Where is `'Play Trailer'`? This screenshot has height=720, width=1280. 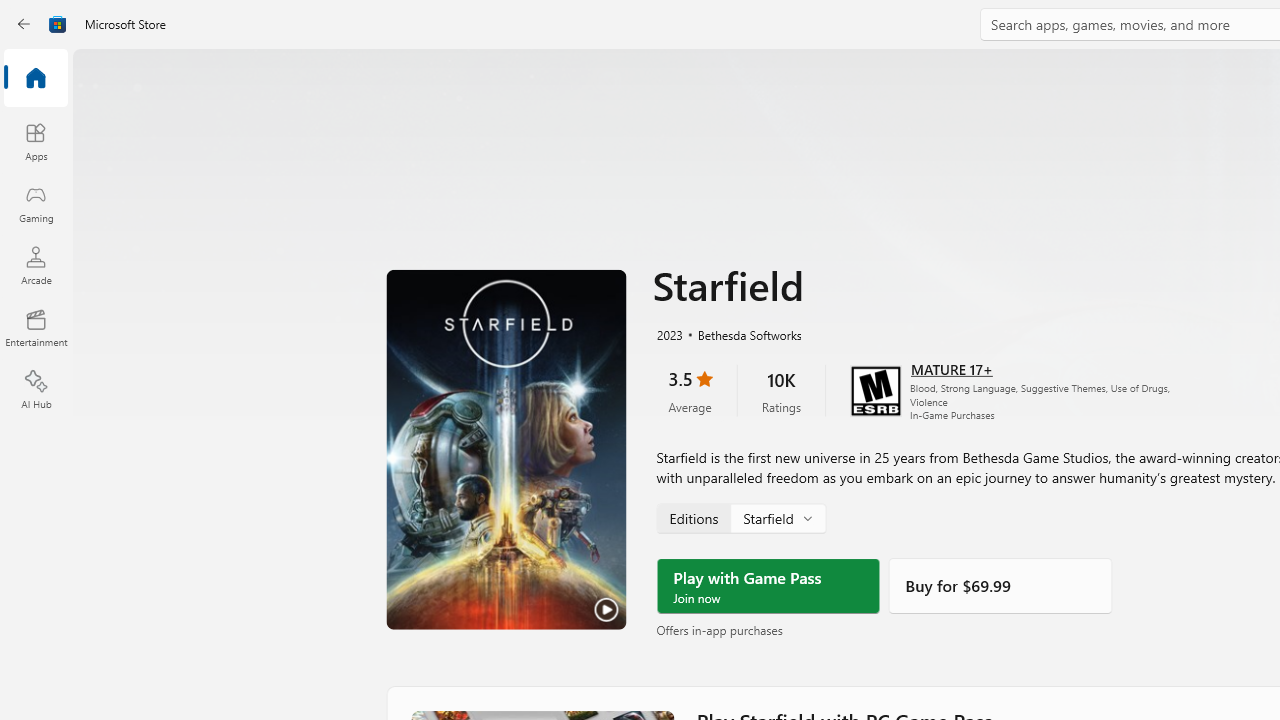
'Play Trailer' is located at coordinates (506, 448).